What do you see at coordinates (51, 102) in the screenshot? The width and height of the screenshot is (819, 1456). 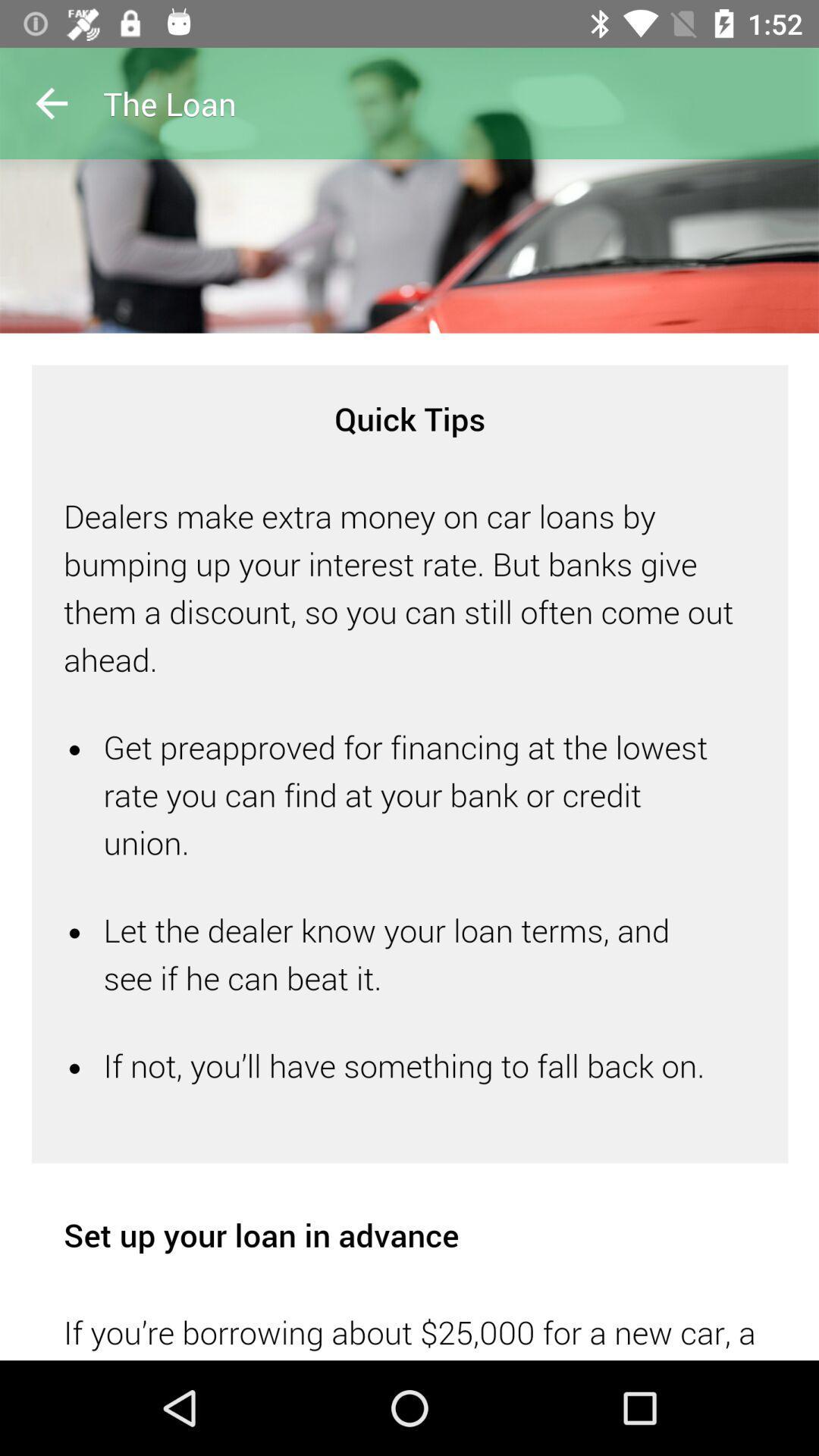 I see `previous button` at bounding box center [51, 102].